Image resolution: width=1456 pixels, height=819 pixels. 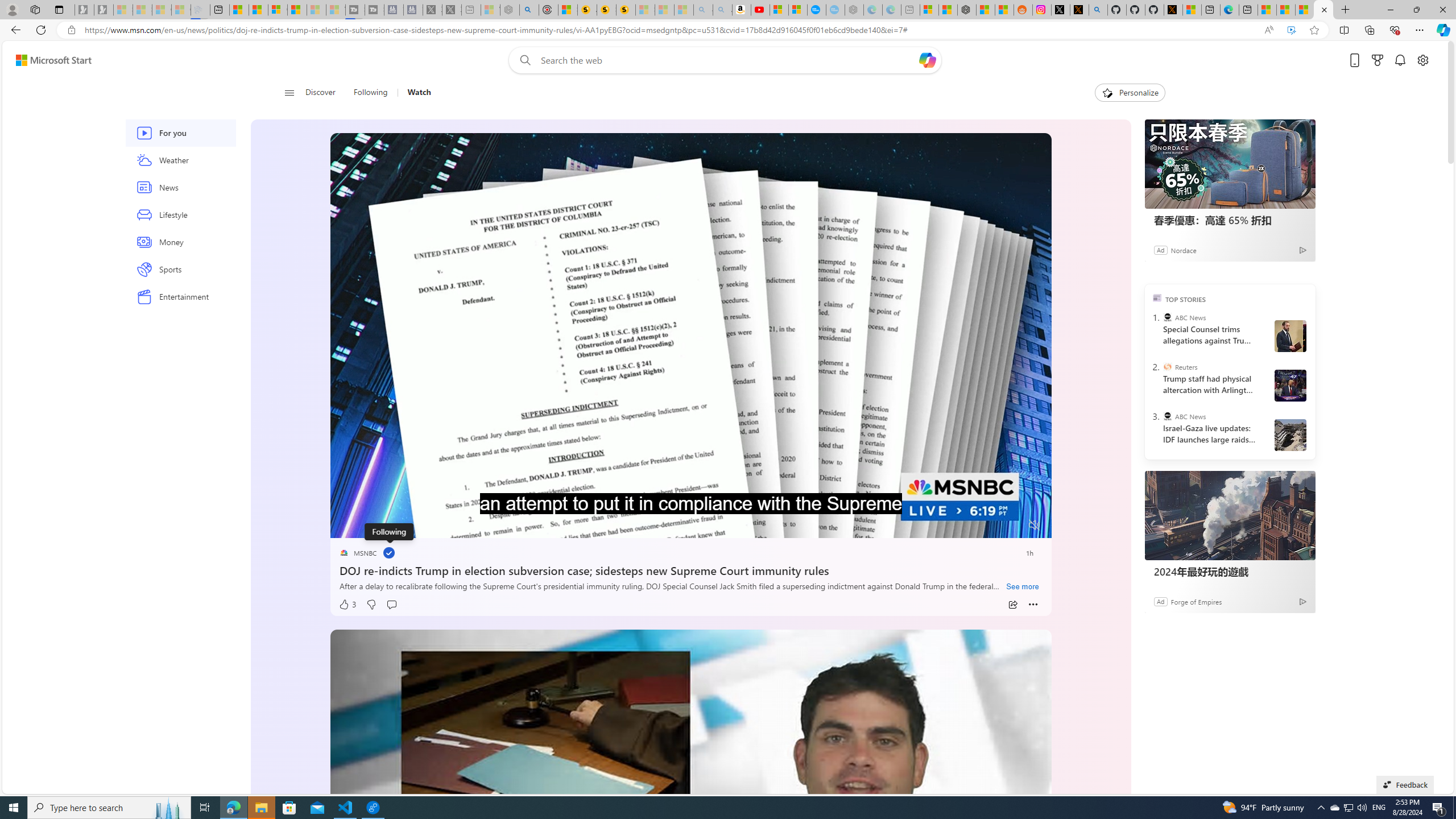 I want to click on 'github - Search', so click(x=1098, y=9).